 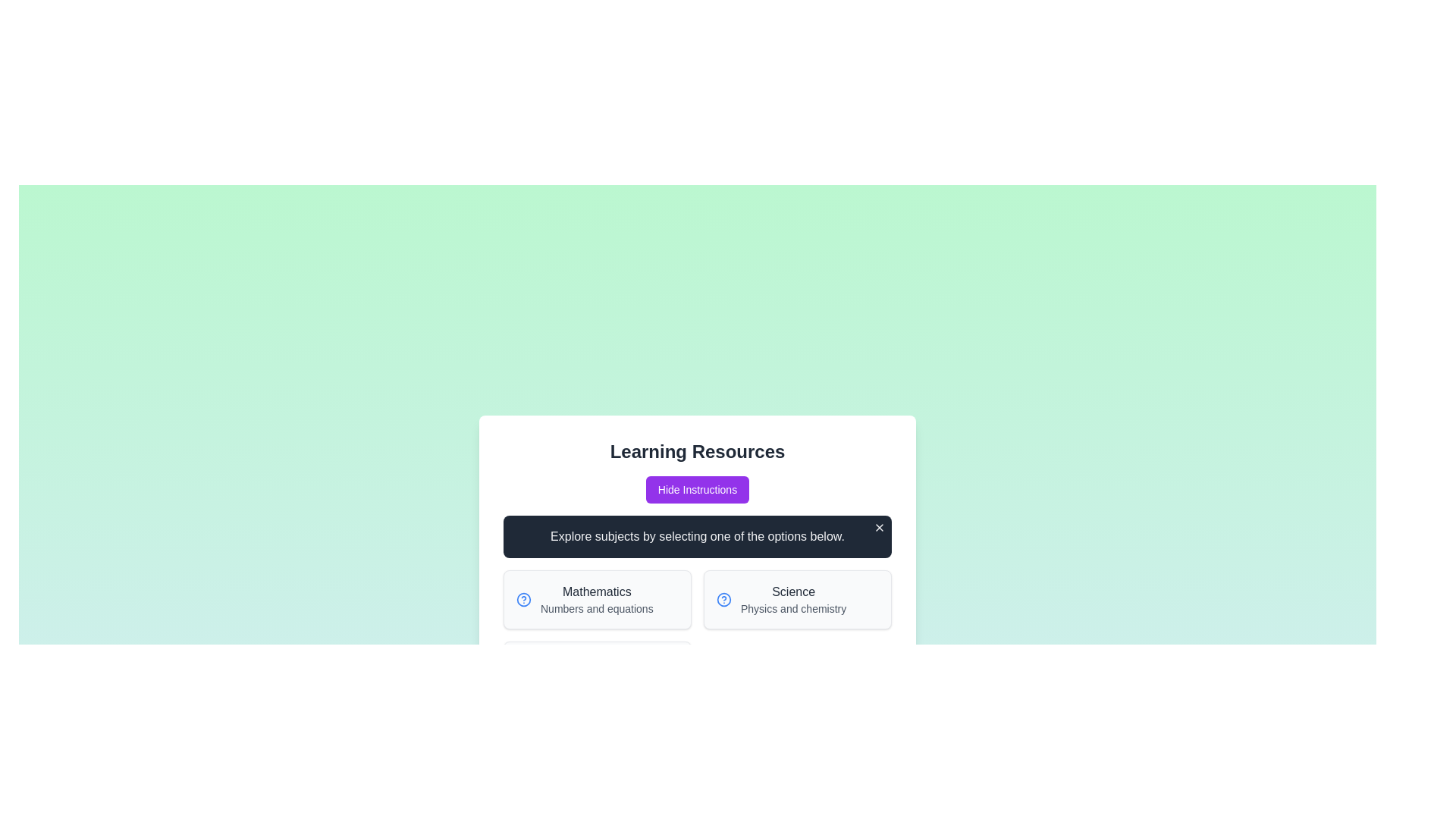 What do you see at coordinates (796, 598) in the screenshot?
I see `the card labeled 'Science' located to the right of the 'Mathematics' card within the 'Learning Resources' section` at bounding box center [796, 598].